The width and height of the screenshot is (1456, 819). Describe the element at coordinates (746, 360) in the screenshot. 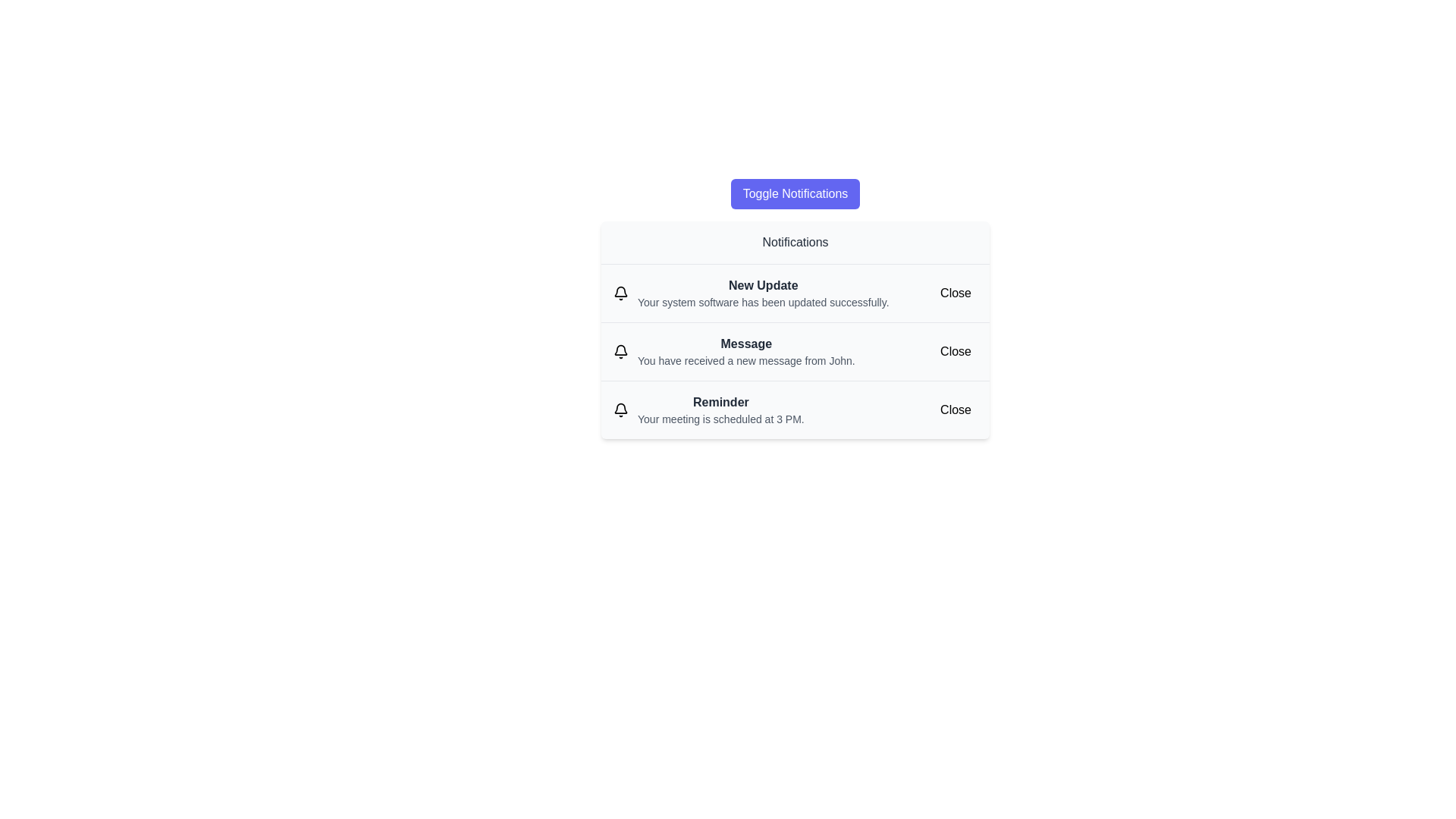

I see `the text label that displays a notification message about receiving a new message from 'John,' which is located below the 'Message' title in the notification card` at that location.